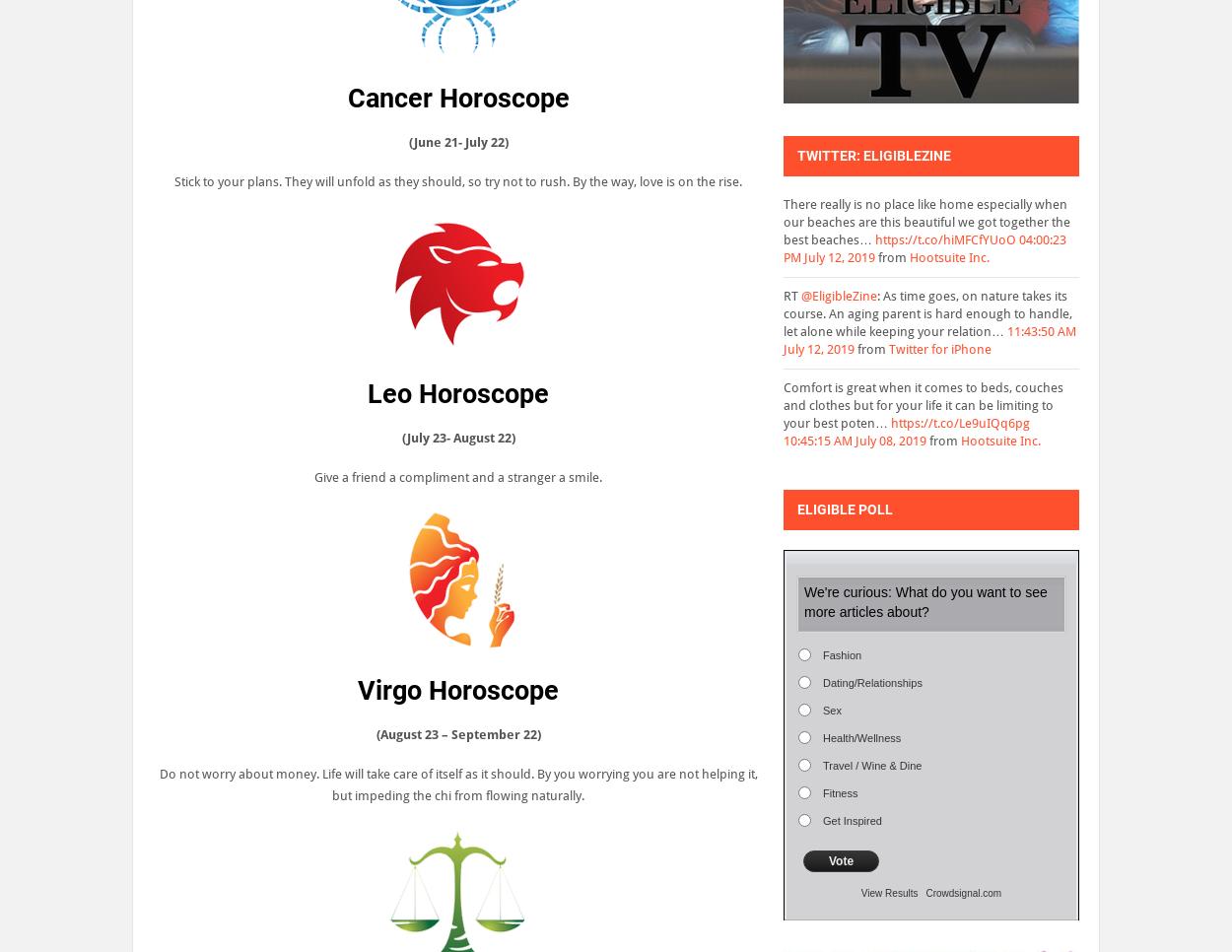 This screenshot has height=952, width=1232. I want to click on 'There really is no place like home especially when our beaches are this beautiful we got together the best beaches…', so click(925, 221).